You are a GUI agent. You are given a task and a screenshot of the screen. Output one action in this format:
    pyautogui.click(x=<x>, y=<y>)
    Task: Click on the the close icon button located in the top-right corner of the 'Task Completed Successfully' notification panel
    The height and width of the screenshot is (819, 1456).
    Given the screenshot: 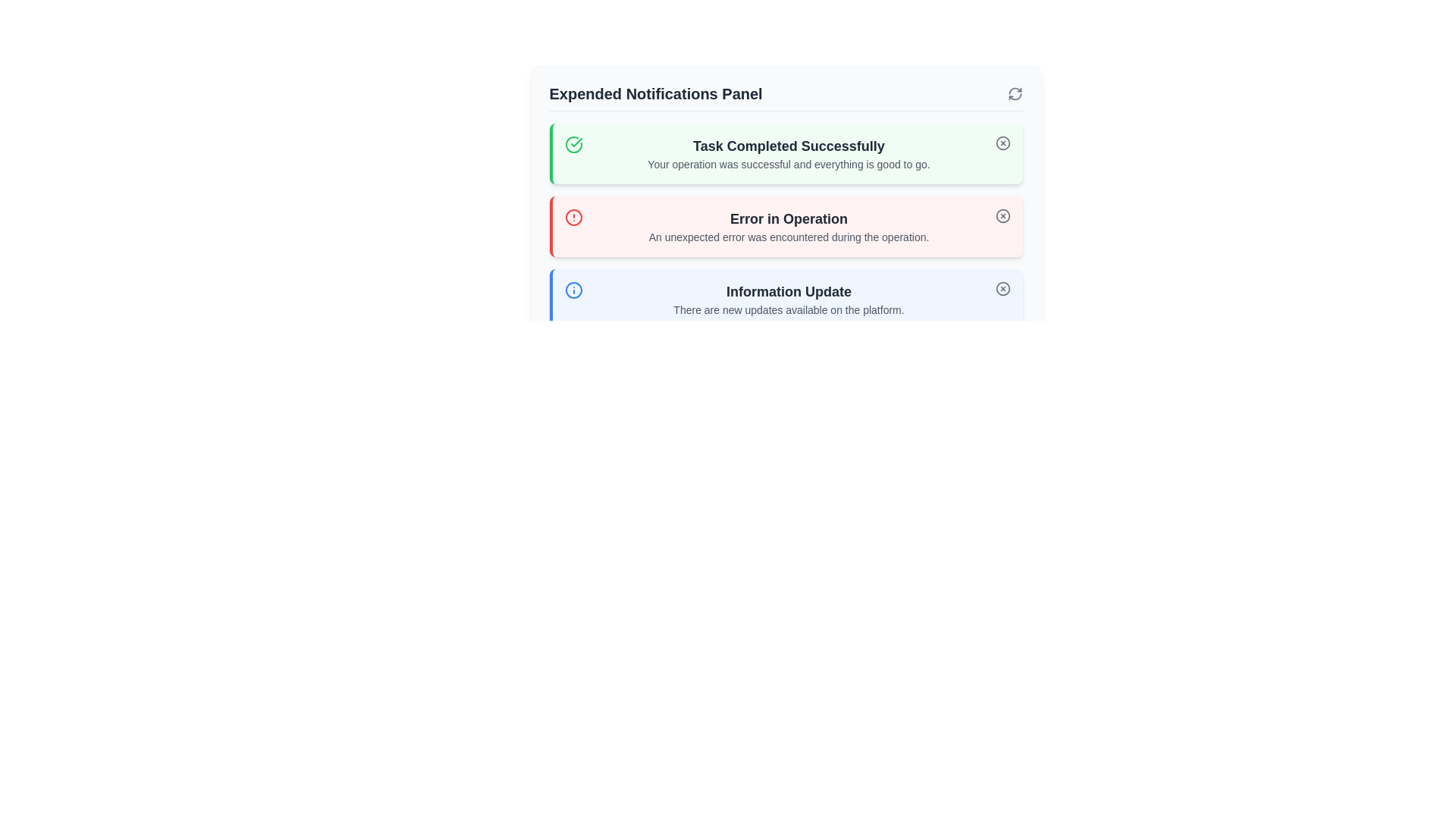 What is the action you would take?
    pyautogui.click(x=1003, y=143)
    